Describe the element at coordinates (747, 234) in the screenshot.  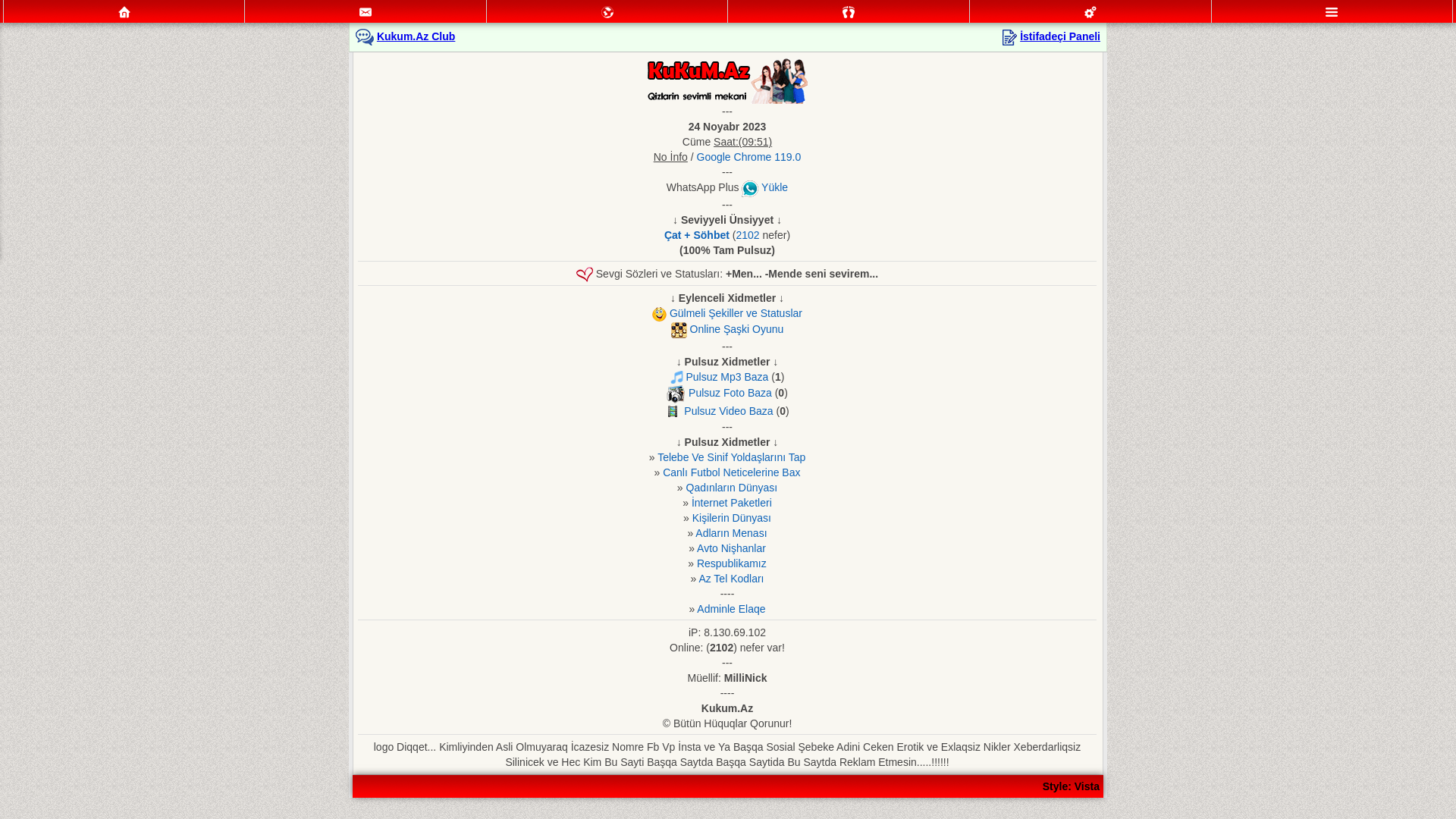
I see `'2102'` at that location.